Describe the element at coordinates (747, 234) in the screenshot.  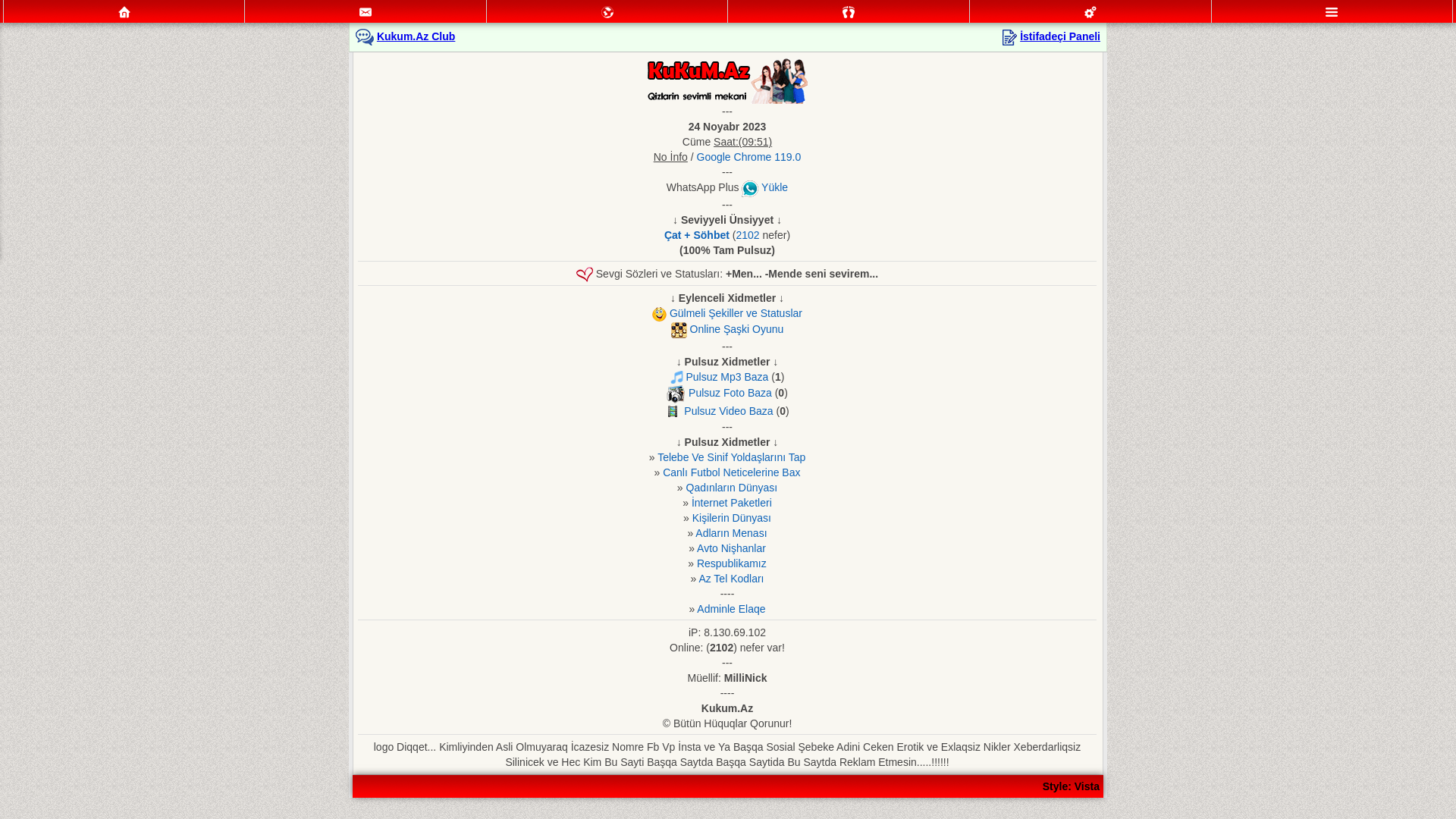
I see `'2102'` at that location.